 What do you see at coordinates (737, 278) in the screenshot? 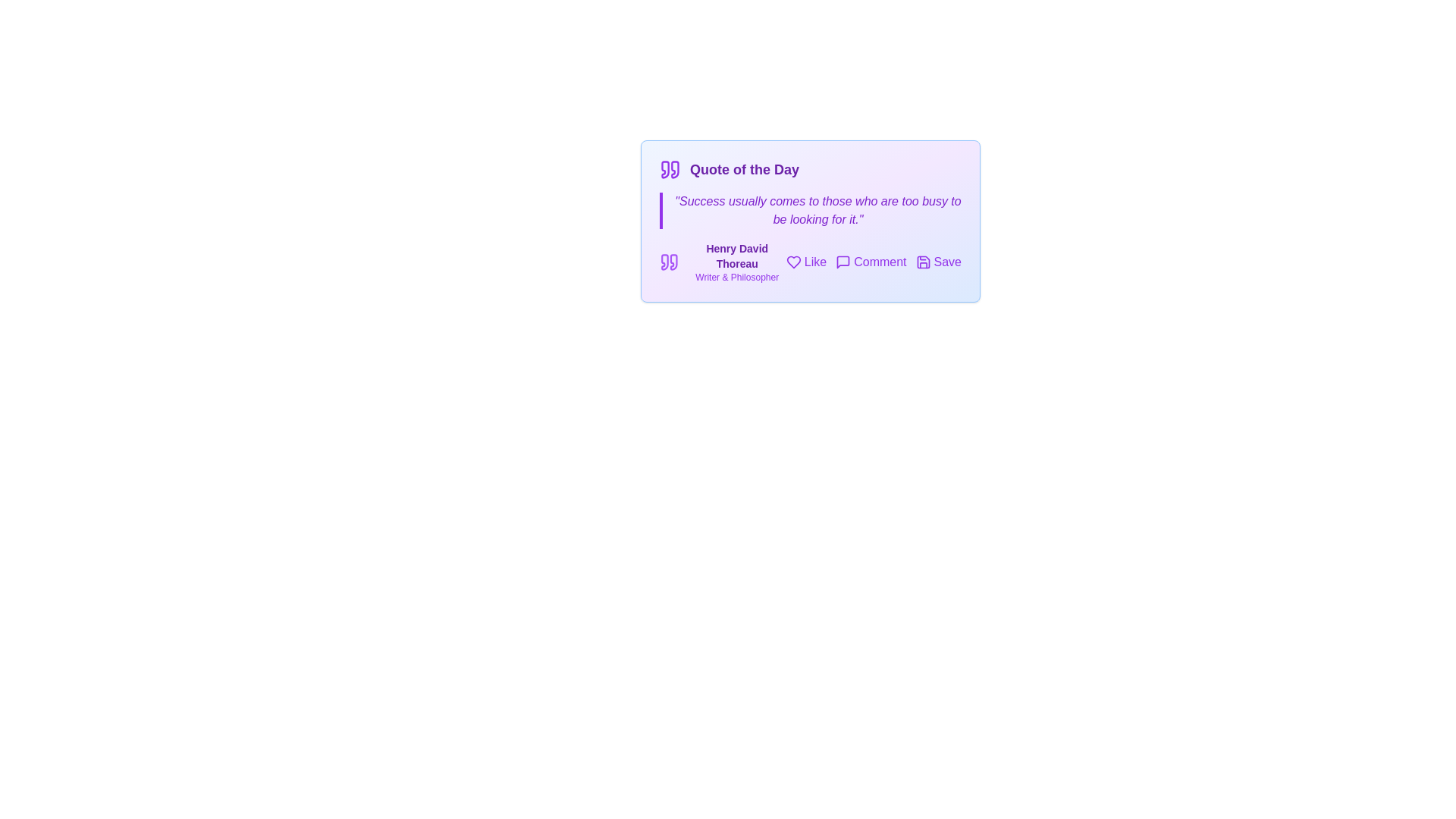
I see `text label that provides additional context for 'Henry David Thoreau', located beneath the name in a smaller font size` at bounding box center [737, 278].